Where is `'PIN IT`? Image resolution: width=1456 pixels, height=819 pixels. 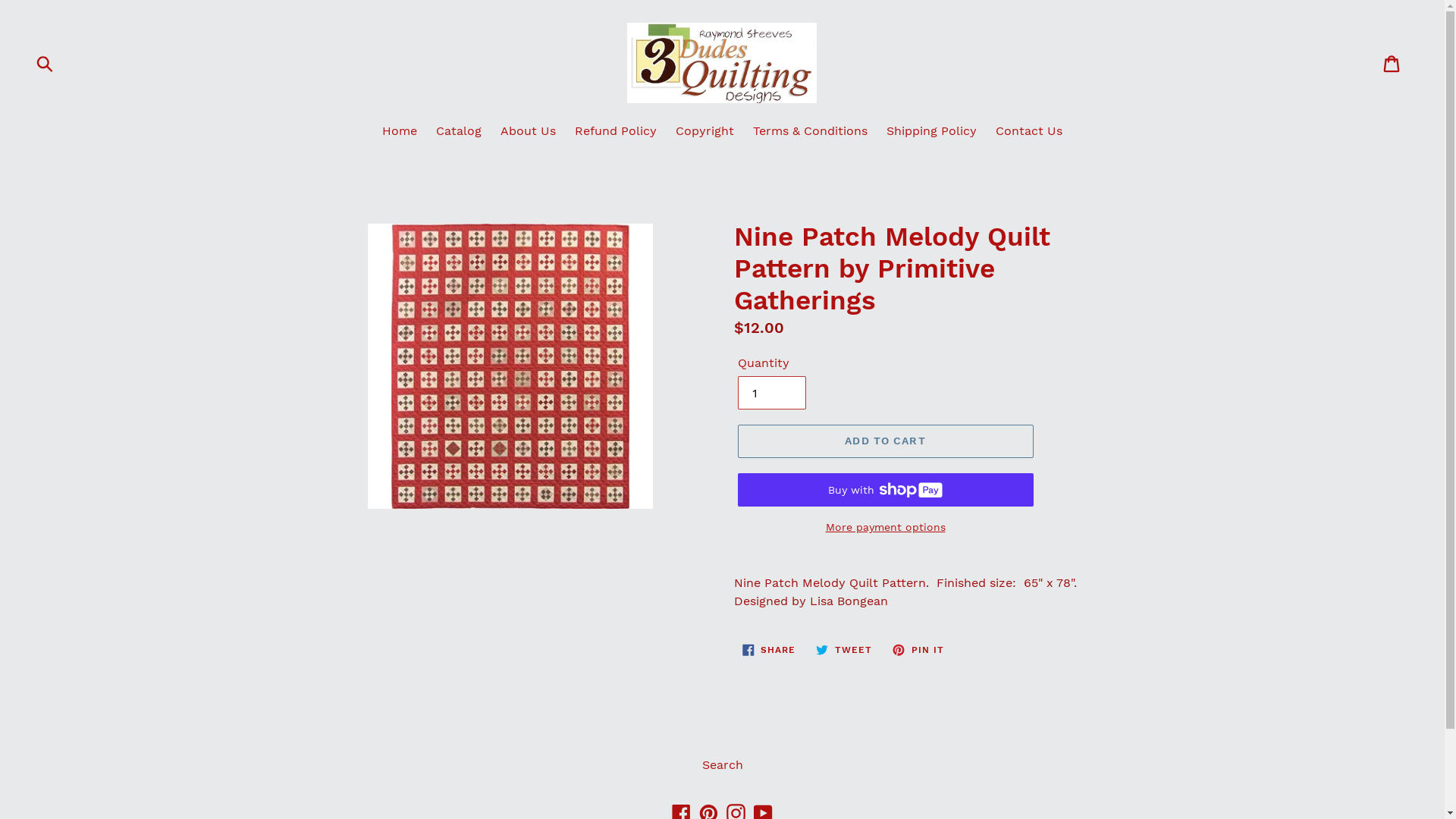
'PIN IT is located at coordinates (917, 648).